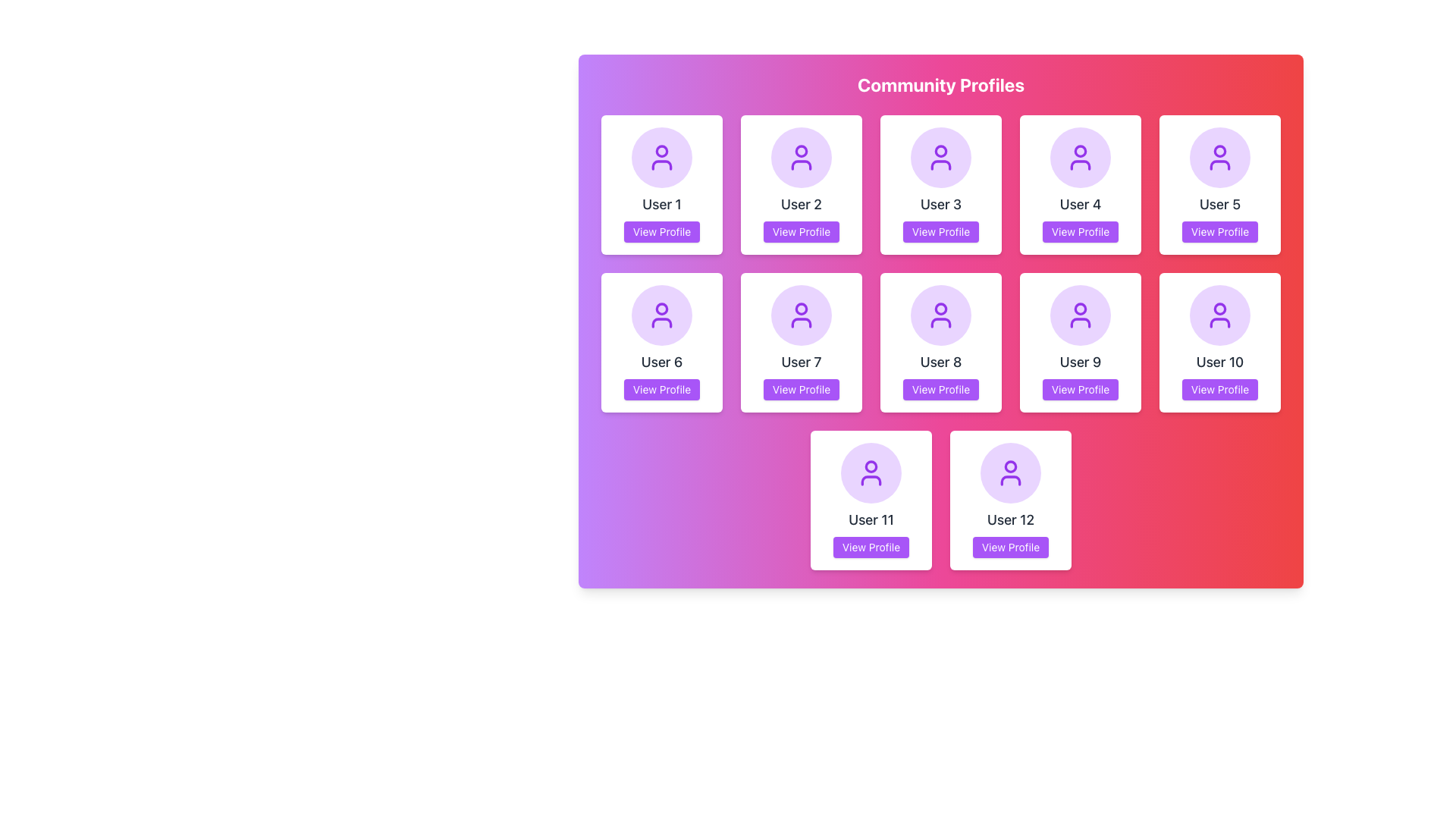 The image size is (1456, 819). Describe the element at coordinates (940, 362) in the screenshot. I see `the text label displaying 'User 8' in bold and dark gray color, located in the eighth profile card of the community profiles grid, positioned below the user icon and above the 'View Profile' button` at that location.